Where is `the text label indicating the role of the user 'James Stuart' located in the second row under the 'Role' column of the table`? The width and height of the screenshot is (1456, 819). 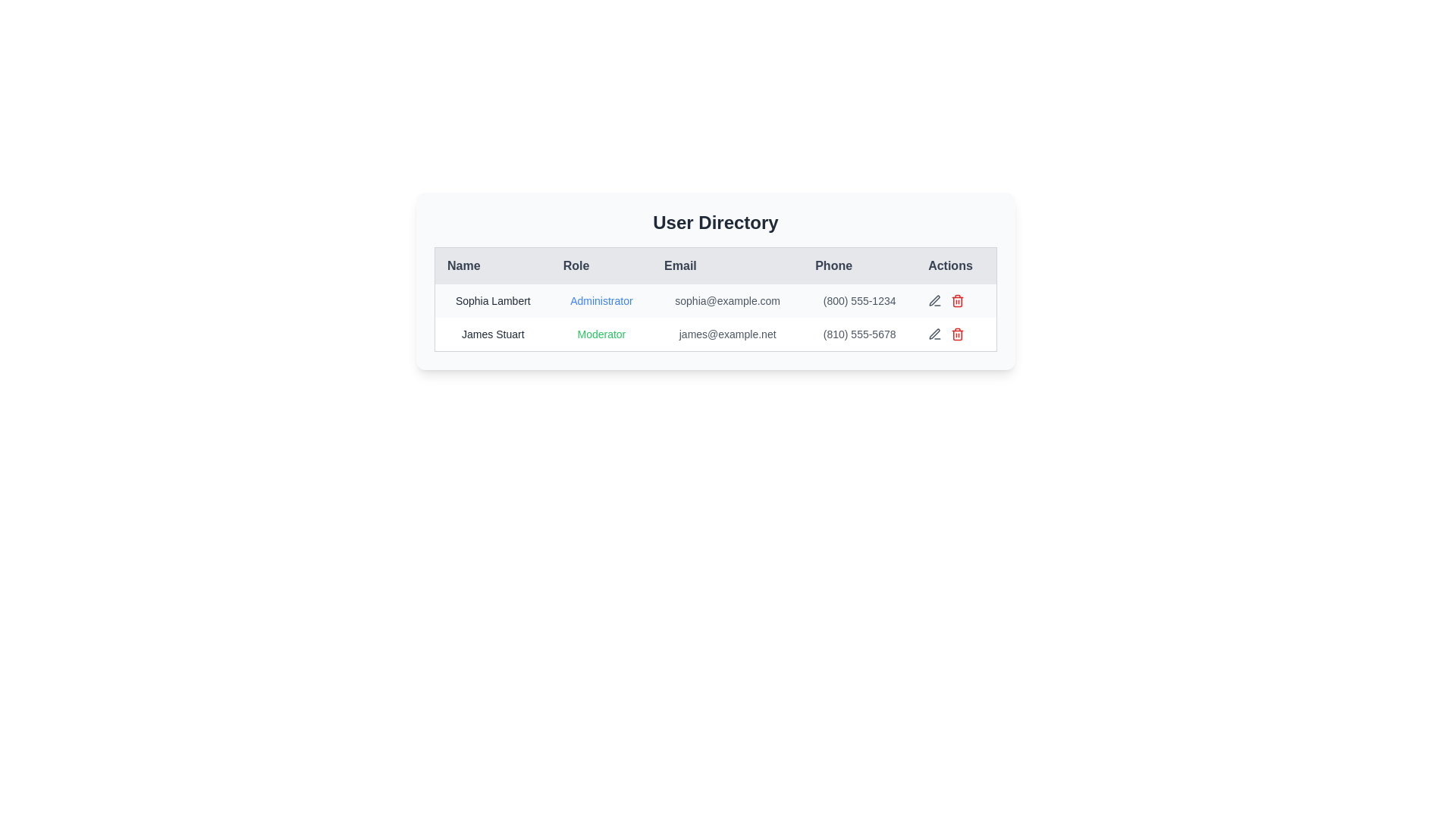 the text label indicating the role of the user 'James Stuart' located in the second row under the 'Role' column of the table is located at coordinates (601, 334).